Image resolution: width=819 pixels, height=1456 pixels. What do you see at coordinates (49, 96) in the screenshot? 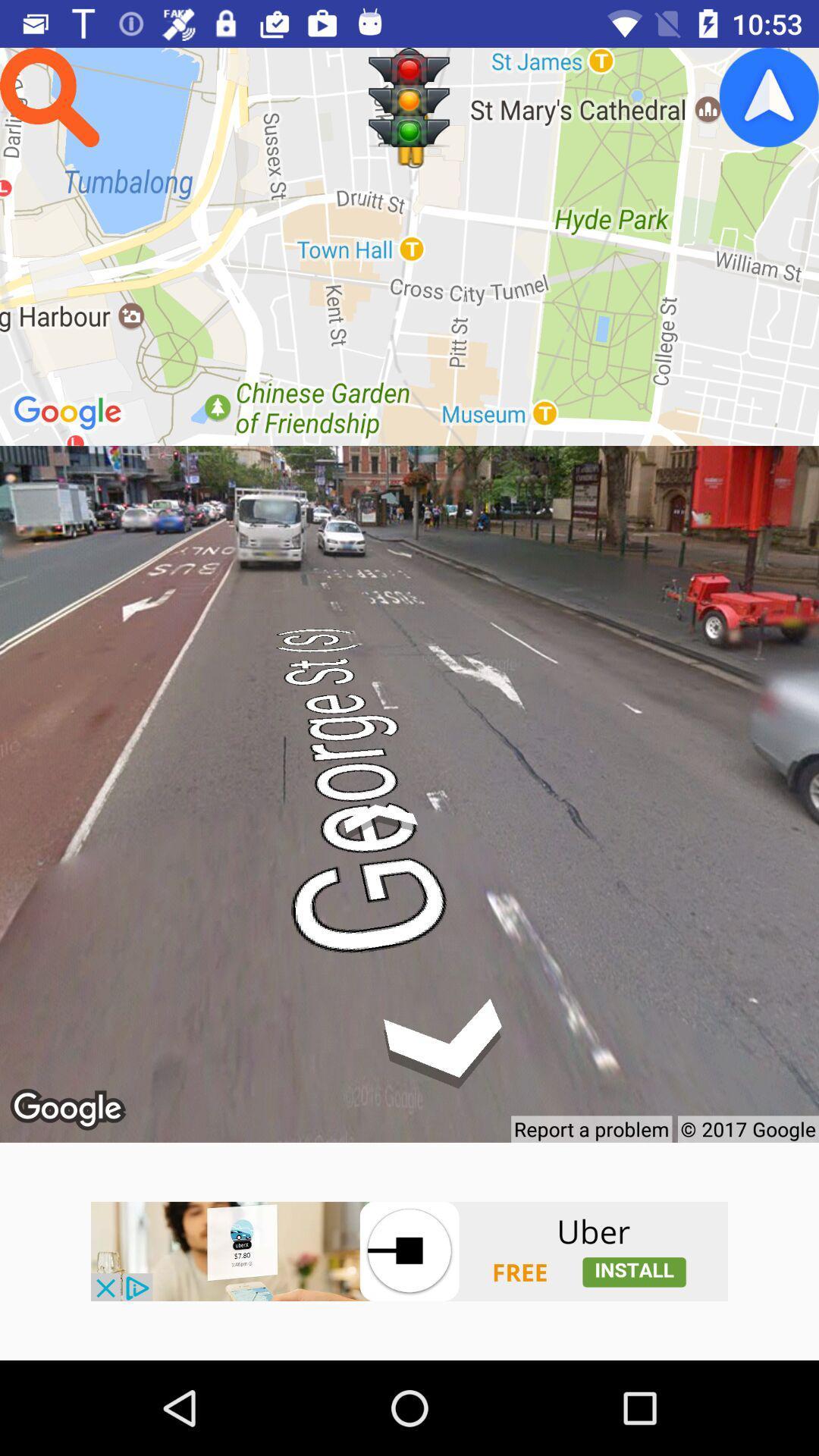
I see `search` at bounding box center [49, 96].